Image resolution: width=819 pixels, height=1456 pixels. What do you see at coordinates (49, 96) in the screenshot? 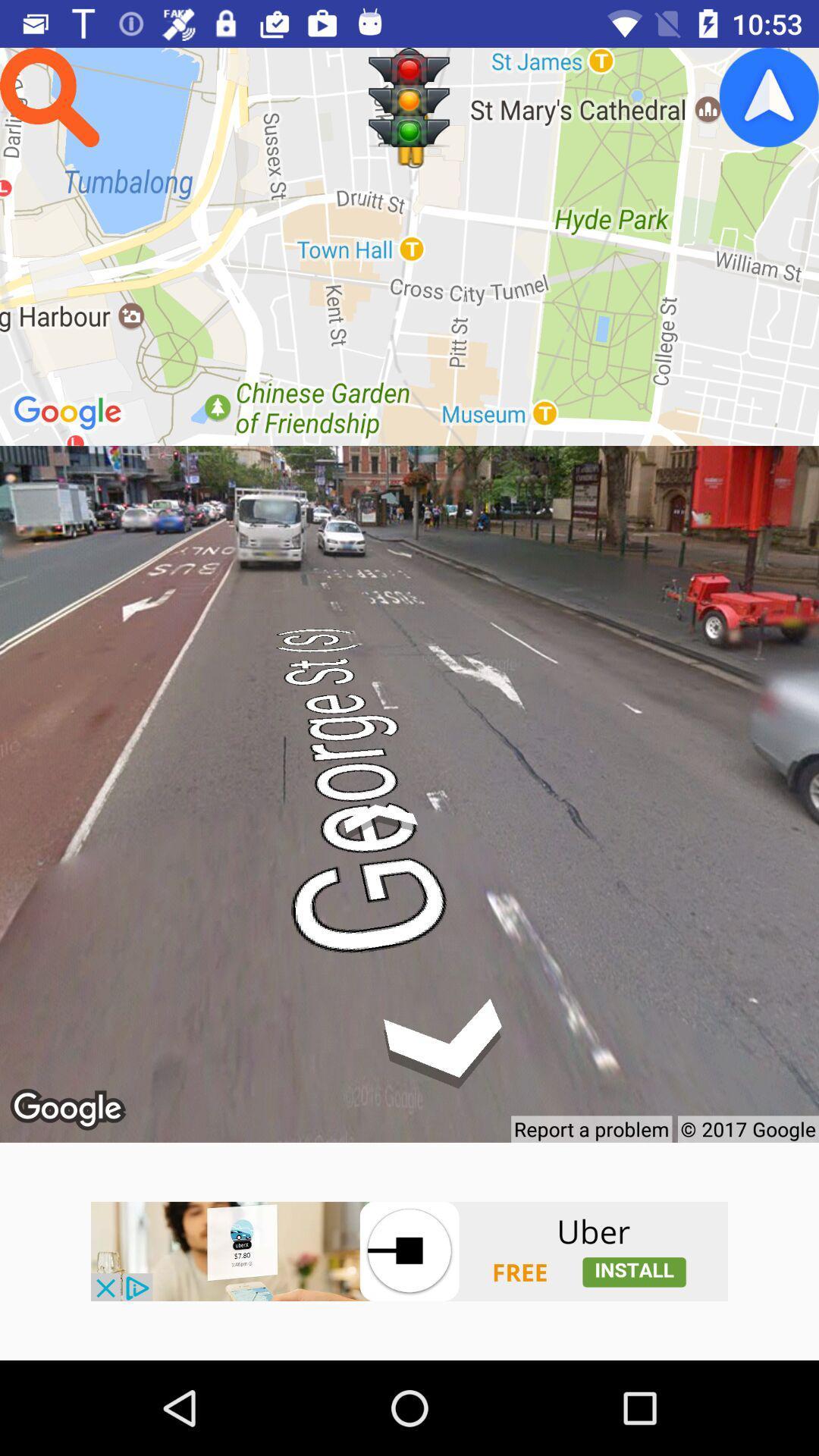
I see `search` at bounding box center [49, 96].